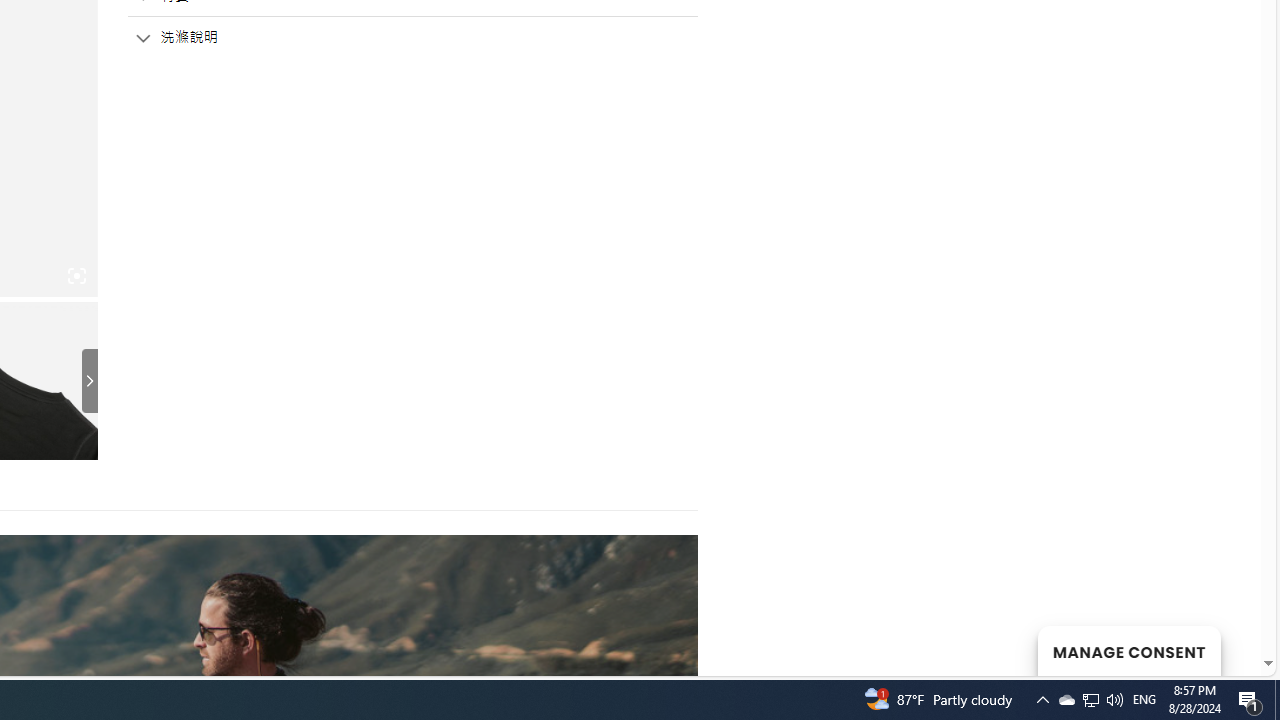 Image resolution: width=1280 pixels, height=720 pixels. Describe the element at coordinates (1128, 650) in the screenshot. I see `'MANAGE CONSENT'` at that location.